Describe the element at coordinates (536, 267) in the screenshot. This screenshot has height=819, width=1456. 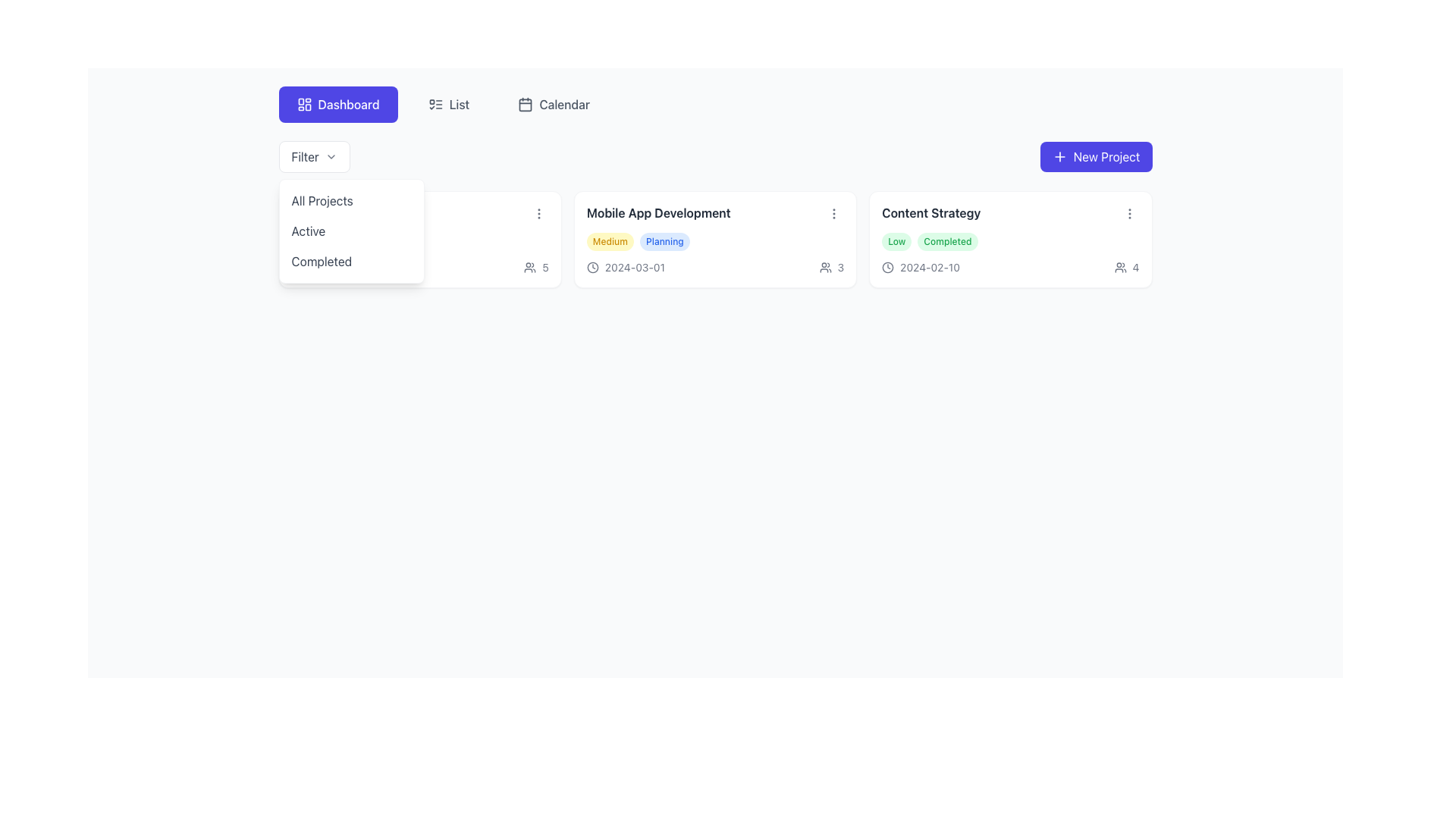
I see `the Static Information Label that displays the number of users associated with a group, located to the far right of similar elements and adjacent to the group's icon` at that location.